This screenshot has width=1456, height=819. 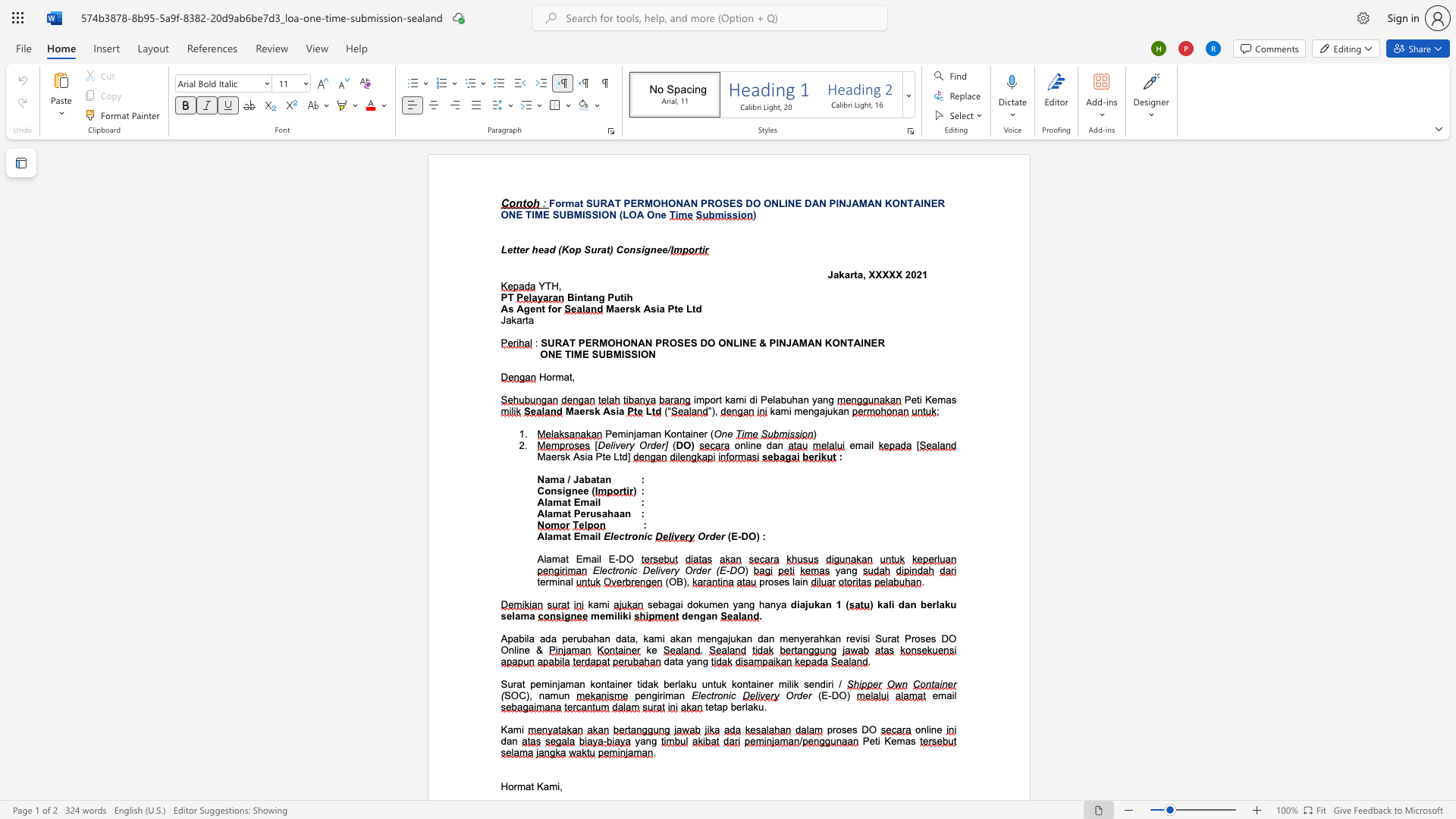 I want to click on the subset text "Peminjaman Kontain" within the text "Peminjaman Kontainer", so click(x=604, y=434).